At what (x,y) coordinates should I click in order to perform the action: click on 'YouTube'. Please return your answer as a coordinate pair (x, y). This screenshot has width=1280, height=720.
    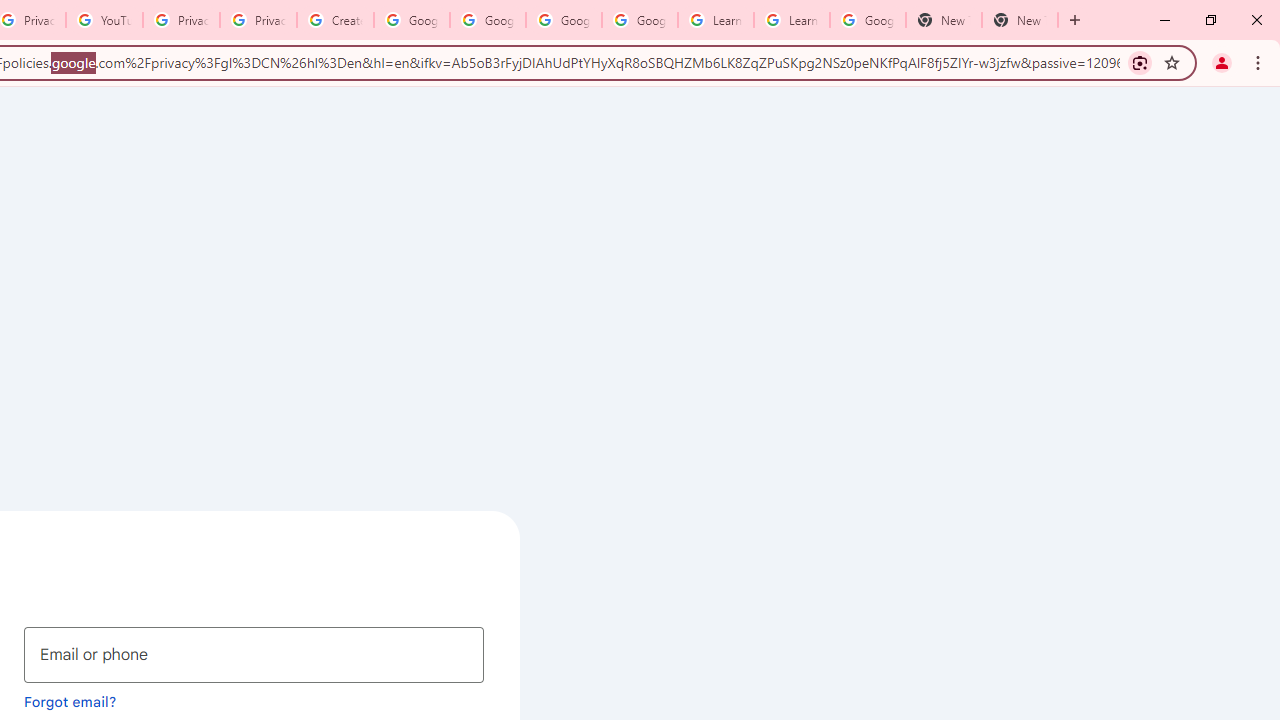
    Looking at the image, I should click on (103, 20).